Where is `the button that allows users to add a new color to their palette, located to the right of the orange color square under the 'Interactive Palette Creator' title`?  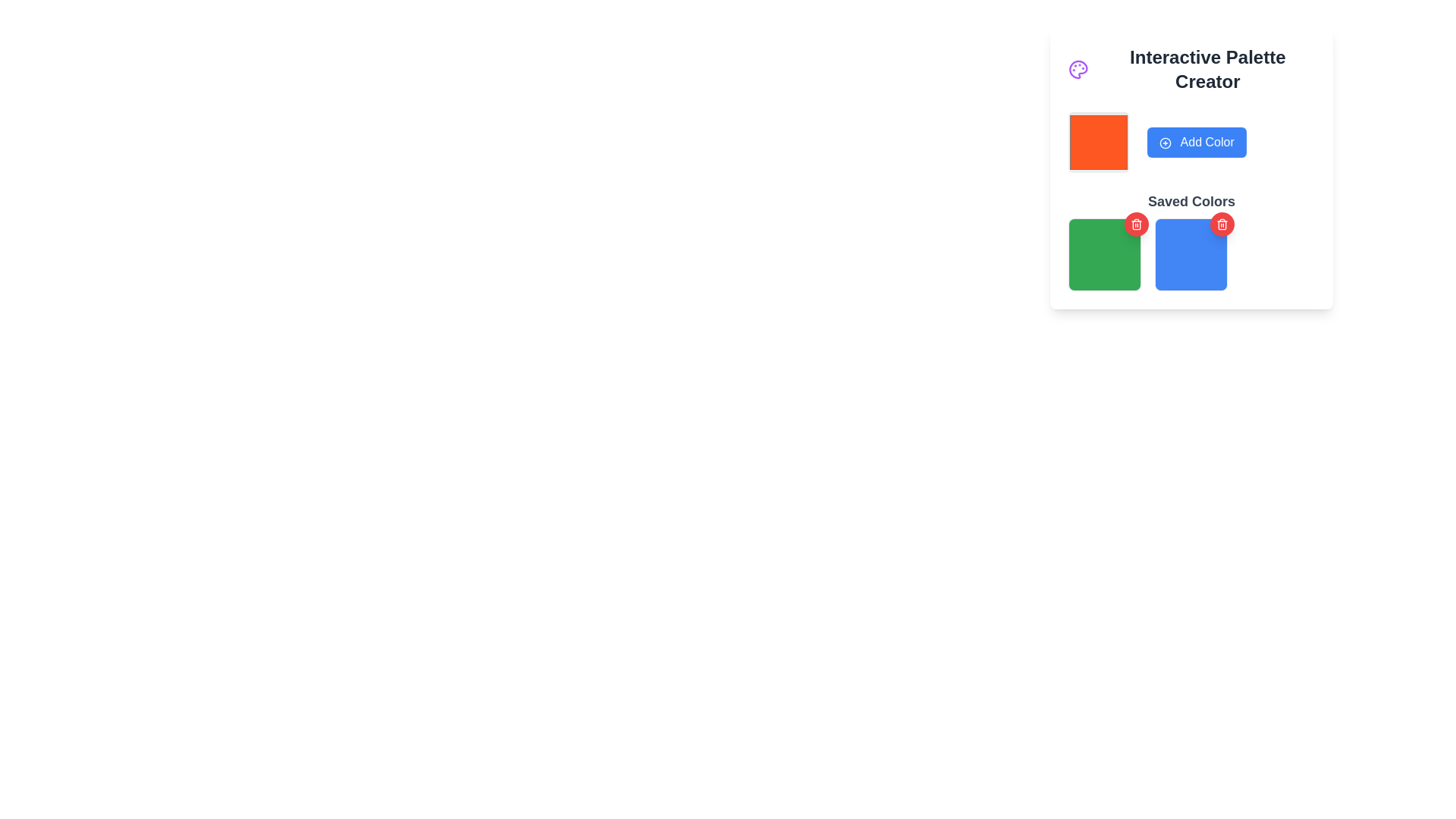
the button that allows users to add a new color to their palette, located to the right of the orange color square under the 'Interactive Palette Creator' title is located at coordinates (1196, 143).